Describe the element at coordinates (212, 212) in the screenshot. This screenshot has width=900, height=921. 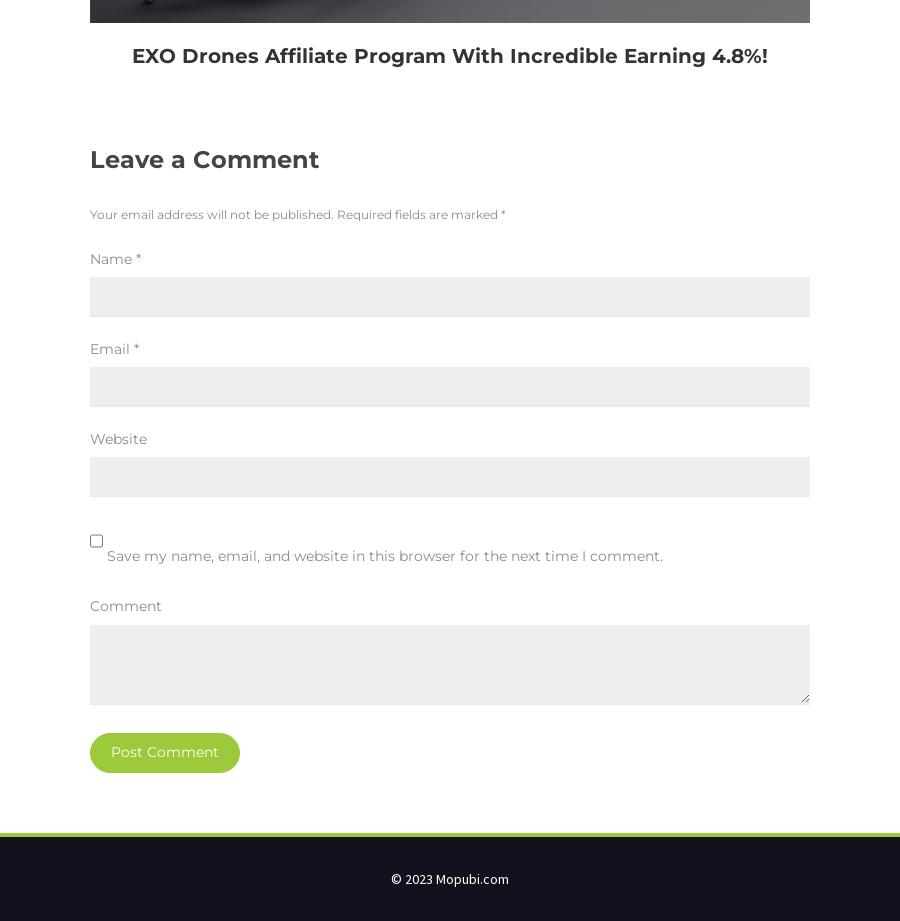
I see `'Your email address will not be published.'` at that location.